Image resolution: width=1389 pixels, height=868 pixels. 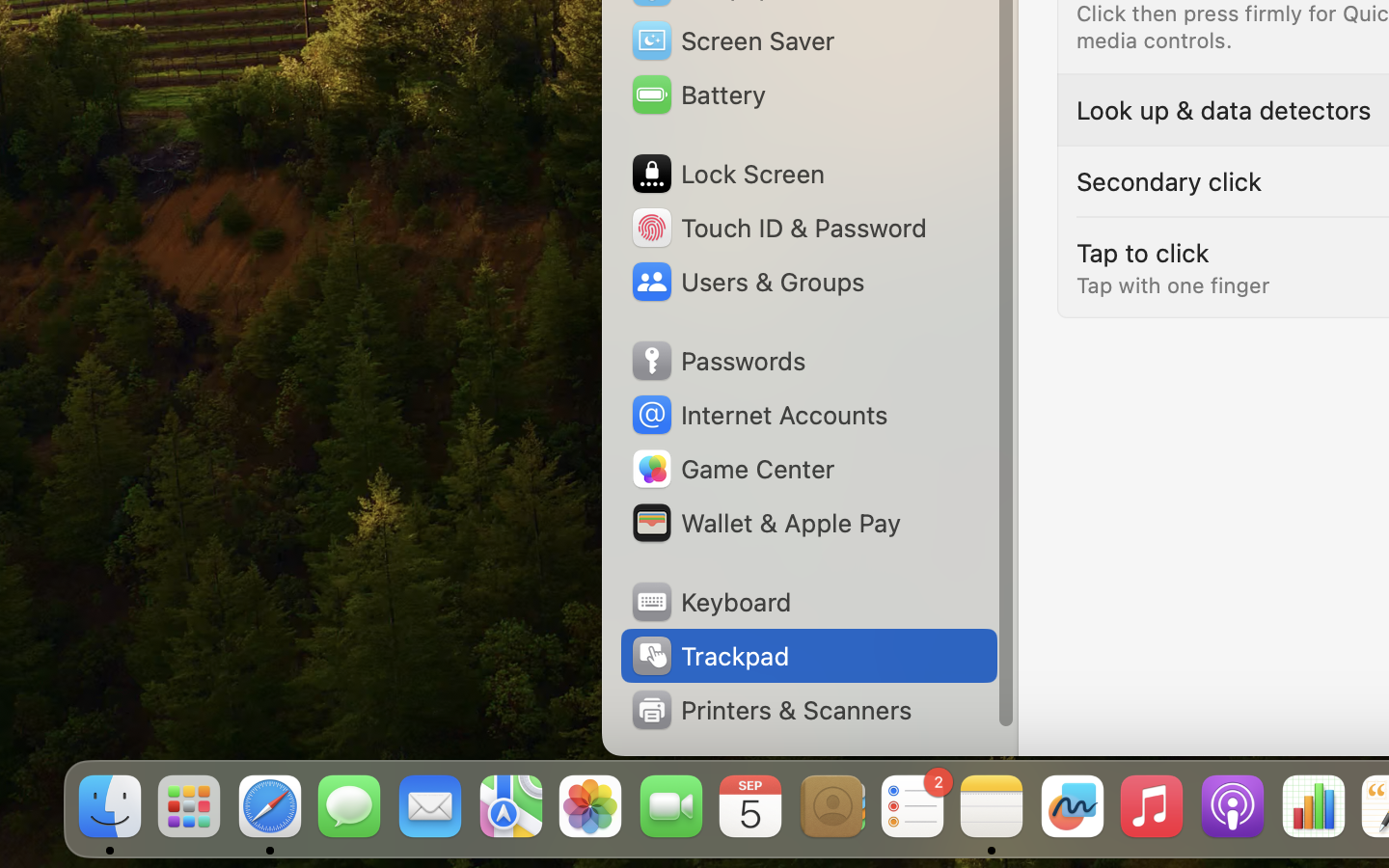 What do you see at coordinates (771, 709) in the screenshot?
I see `'Printers & Scanners'` at bounding box center [771, 709].